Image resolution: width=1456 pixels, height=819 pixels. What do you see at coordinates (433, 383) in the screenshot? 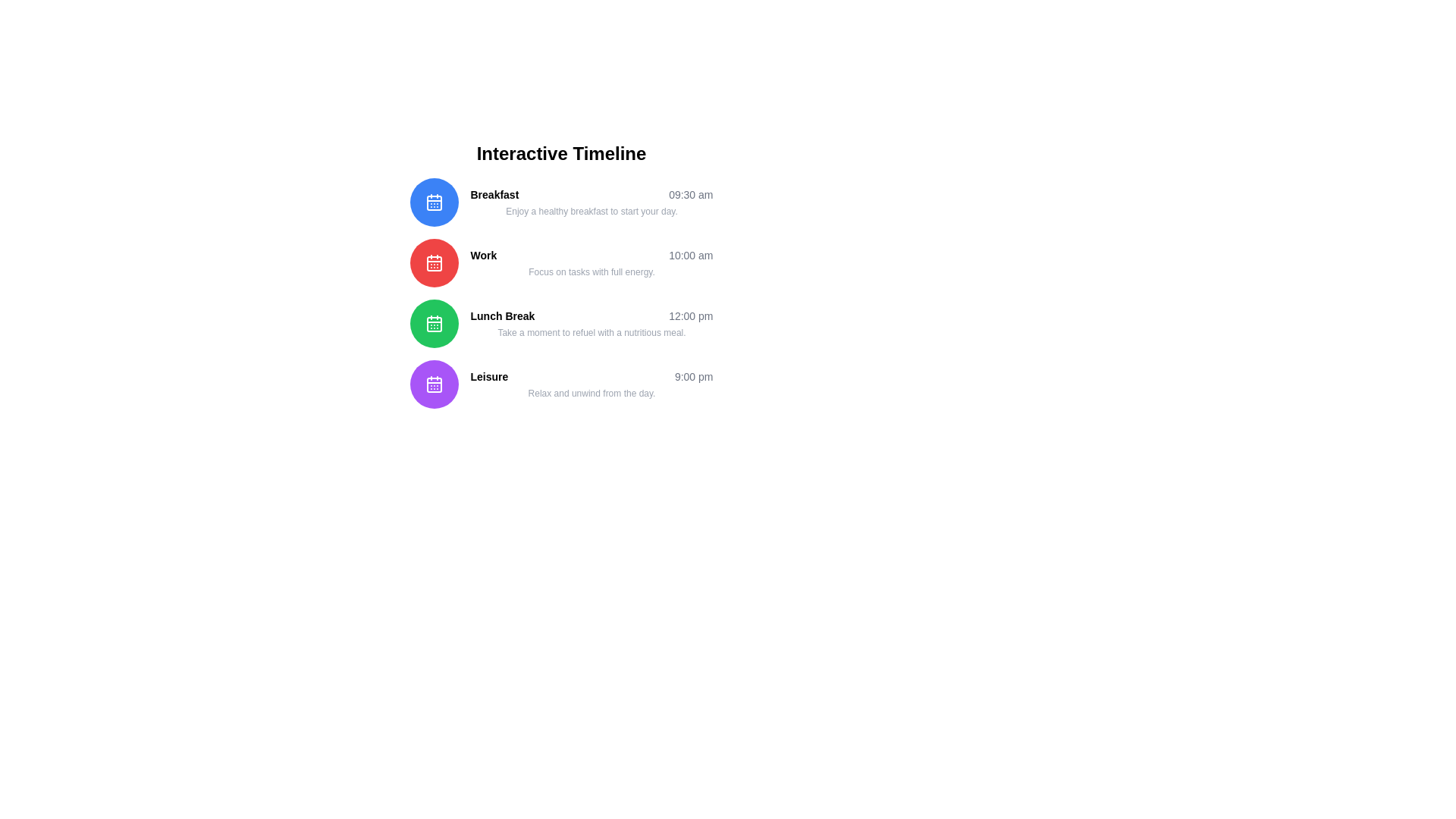
I see `the calendar icon with a purple background, which is the fourth item in a vertical list of icons representing the 'Leisure' event` at bounding box center [433, 383].